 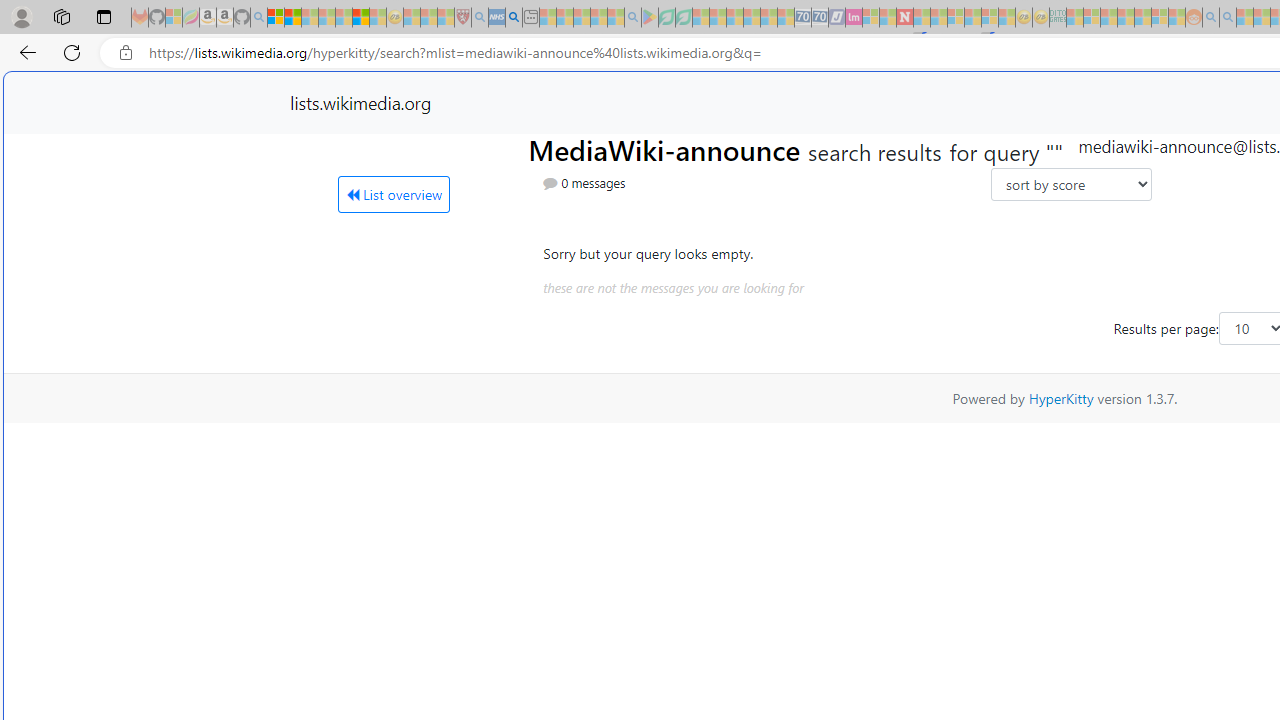 I want to click on 'utah sues federal government - Search', so click(x=513, y=17).